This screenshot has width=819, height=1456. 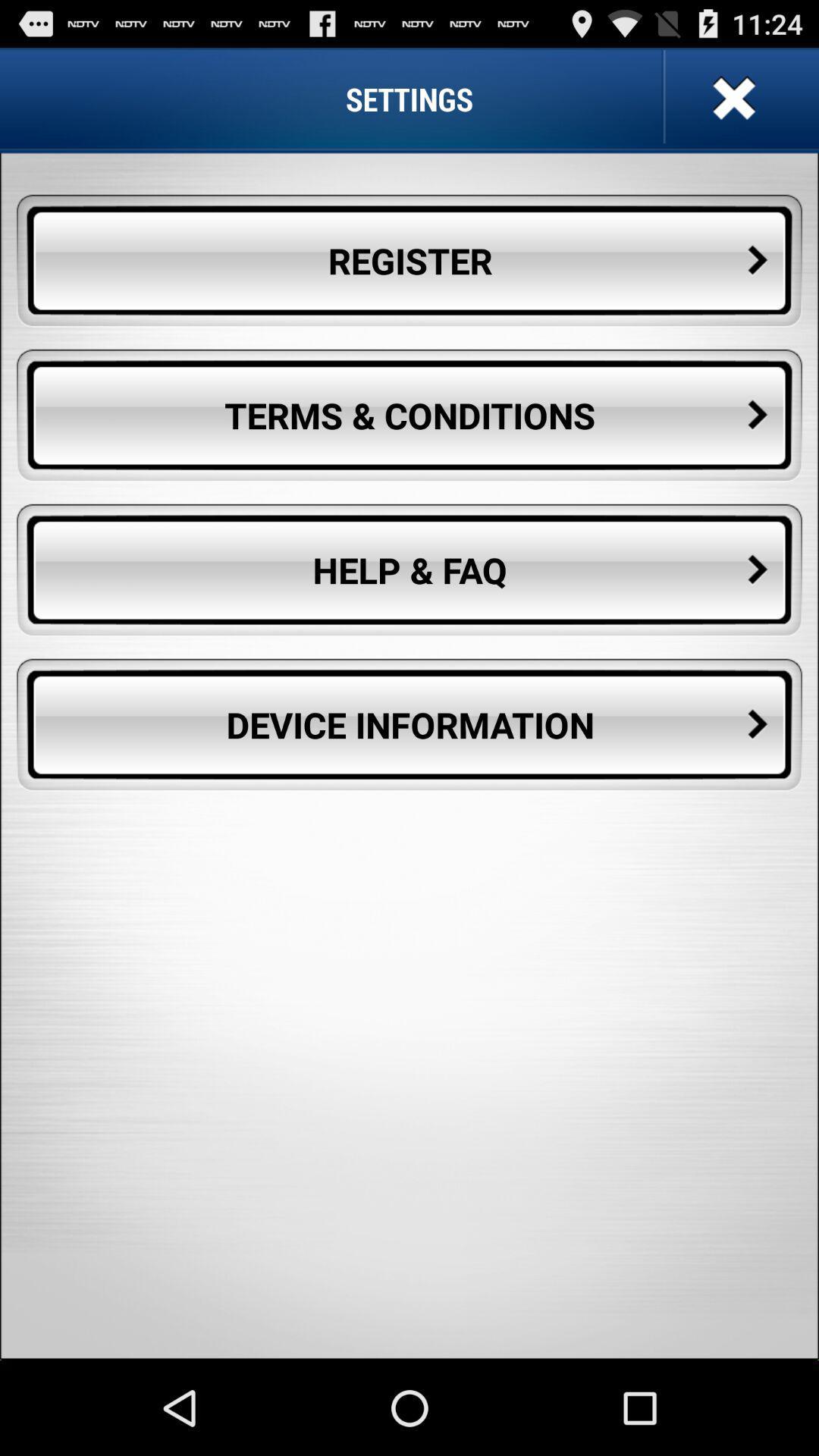 What do you see at coordinates (731, 98) in the screenshot?
I see `the icon next to settings icon` at bounding box center [731, 98].